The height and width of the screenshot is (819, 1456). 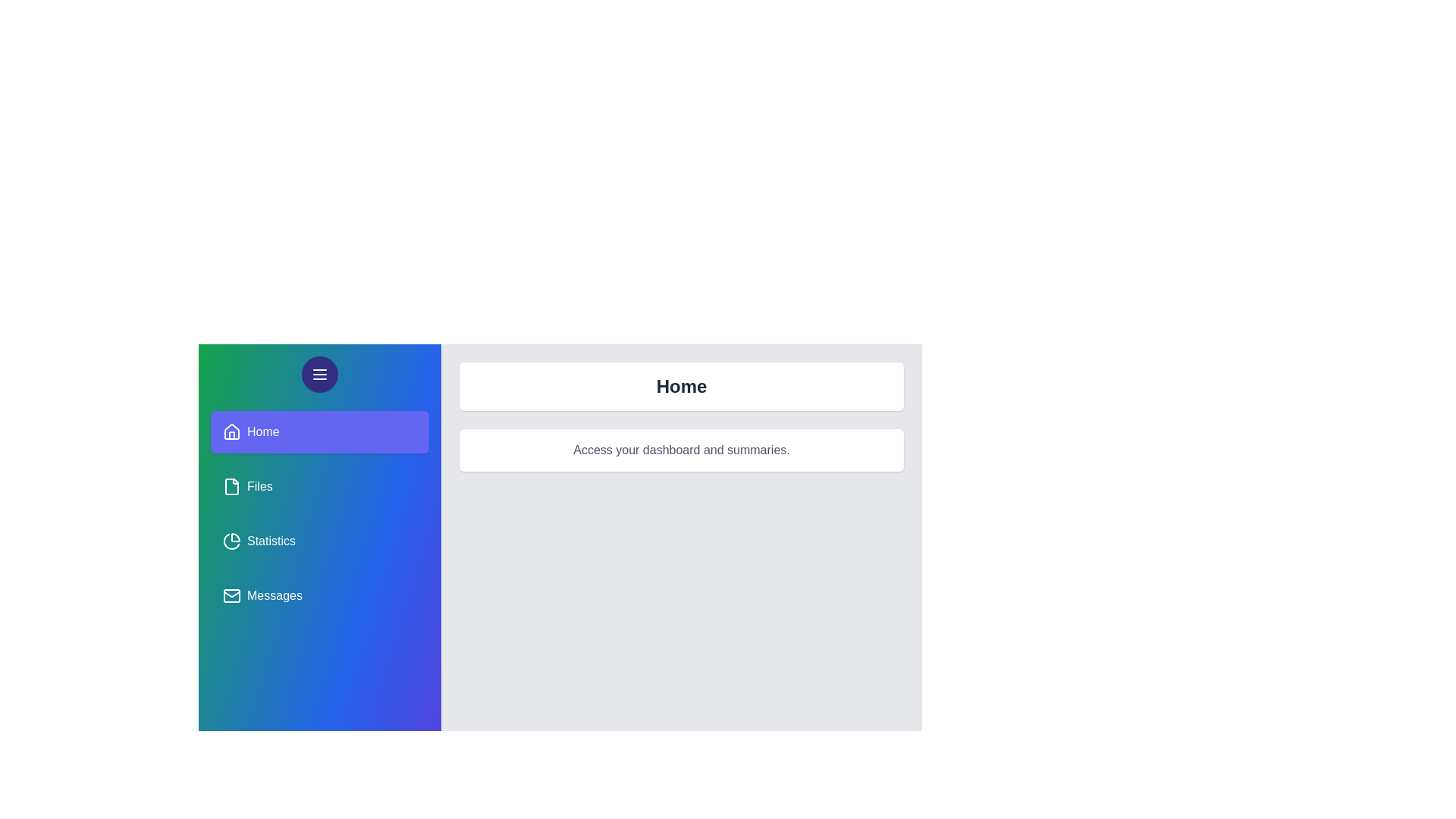 What do you see at coordinates (319, 486) in the screenshot?
I see `the panel named Files from the sidebar` at bounding box center [319, 486].